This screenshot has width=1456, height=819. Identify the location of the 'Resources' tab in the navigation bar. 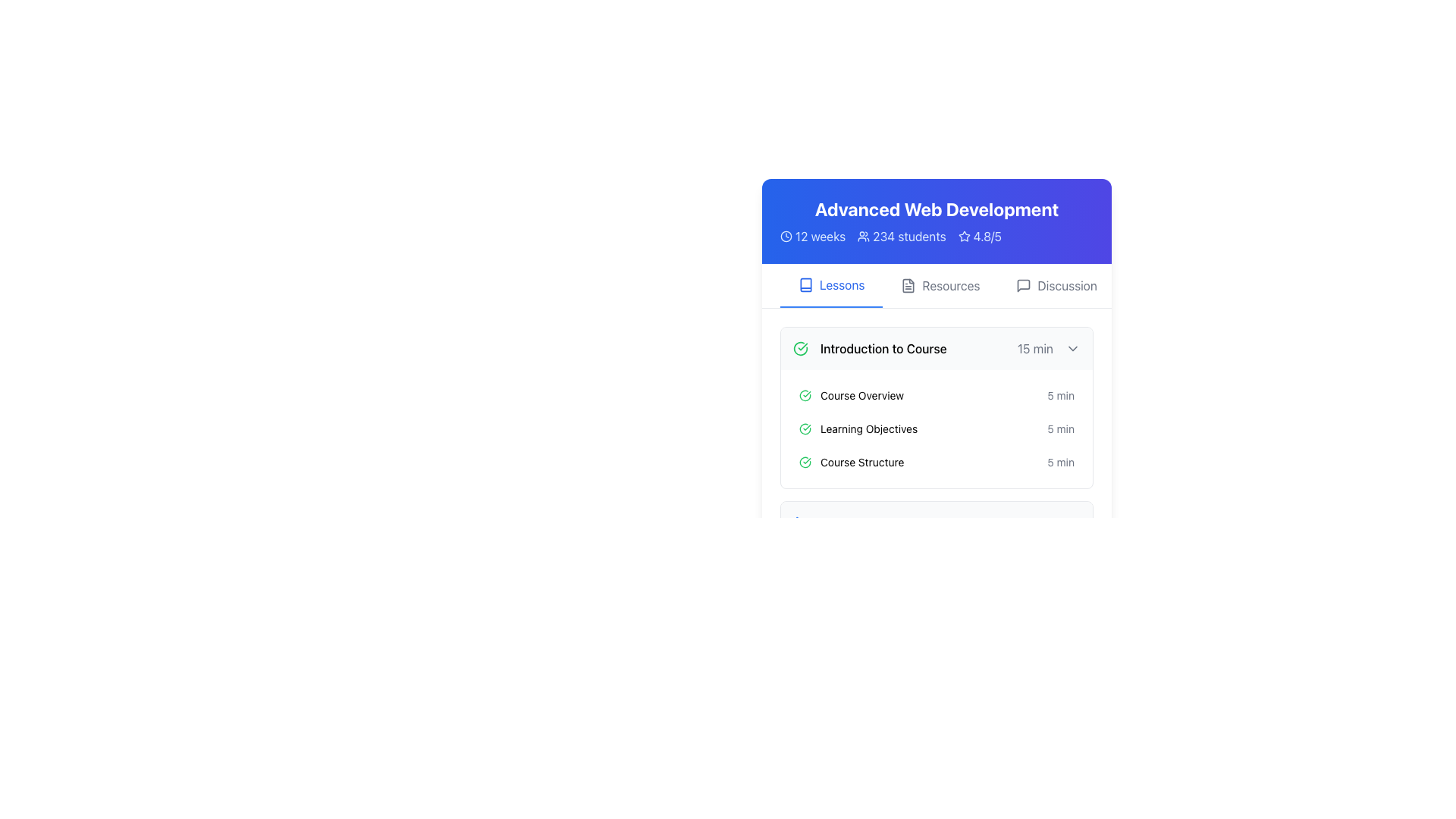
(936, 286).